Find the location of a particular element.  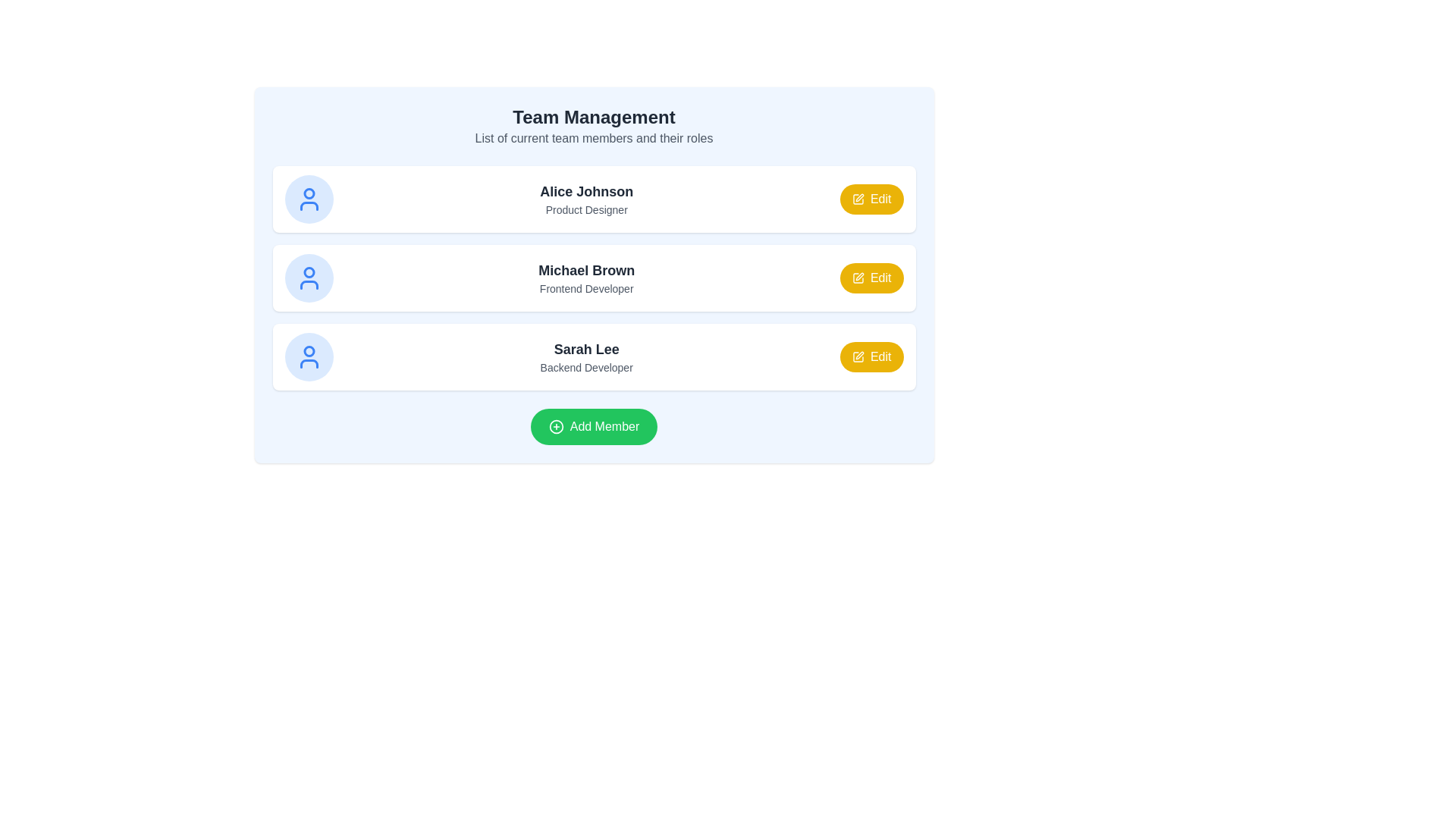

text block labeled 'Team Management' which serves as a header above the list of team members is located at coordinates (593, 125).